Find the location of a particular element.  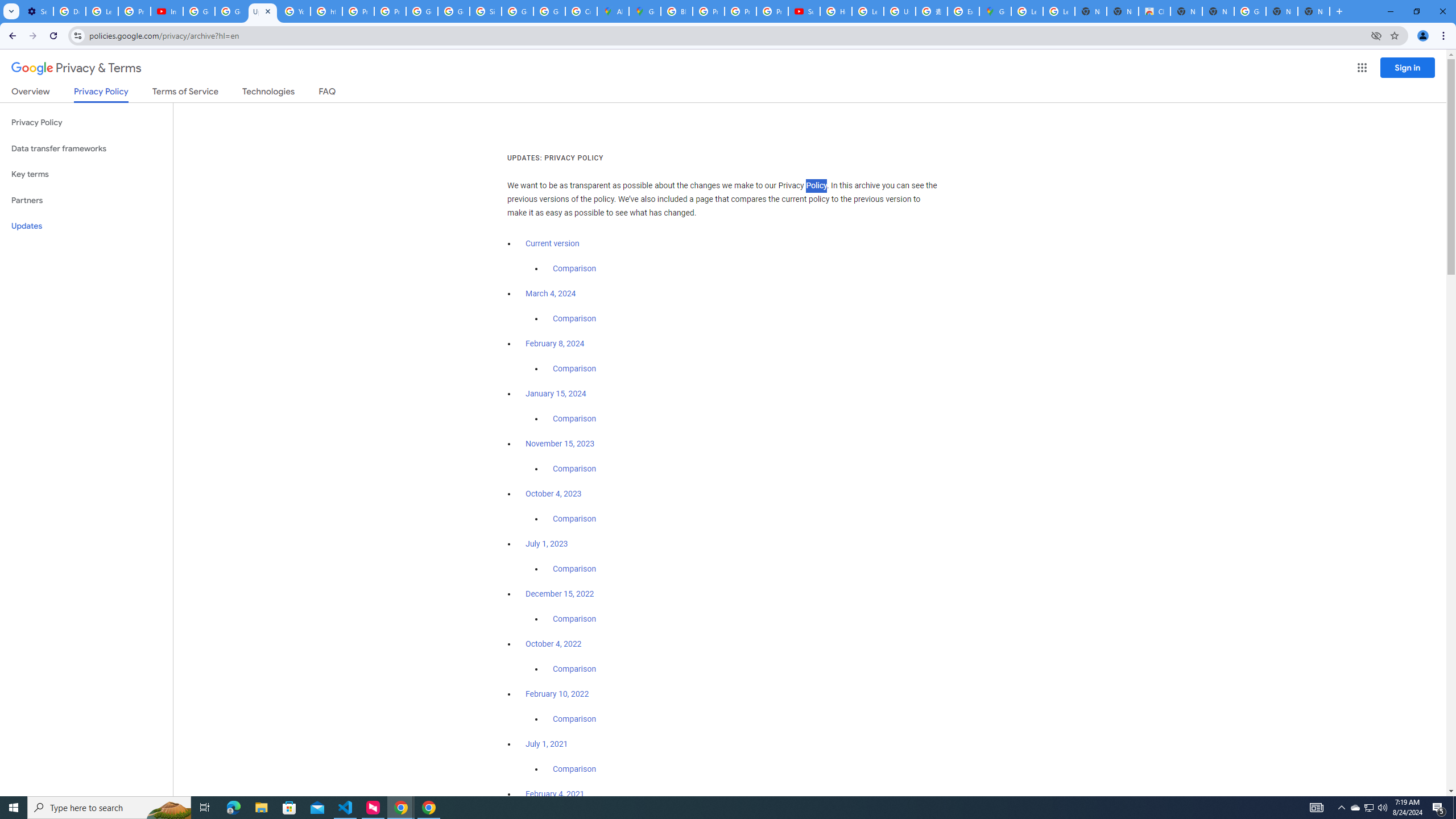

'Chrome Web Store' is located at coordinates (1155, 11).